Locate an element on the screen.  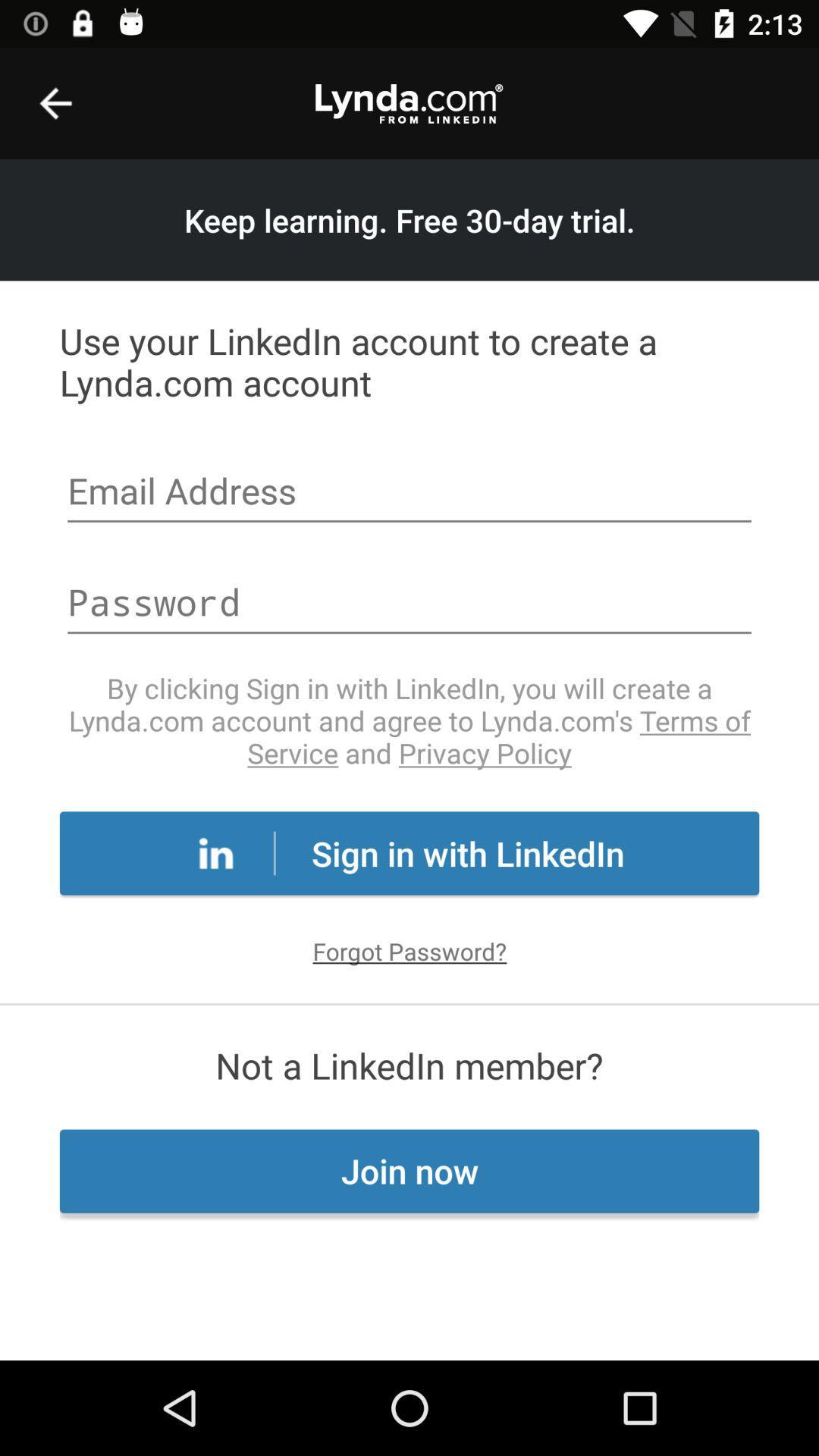
by clicking sign is located at coordinates (409, 720).